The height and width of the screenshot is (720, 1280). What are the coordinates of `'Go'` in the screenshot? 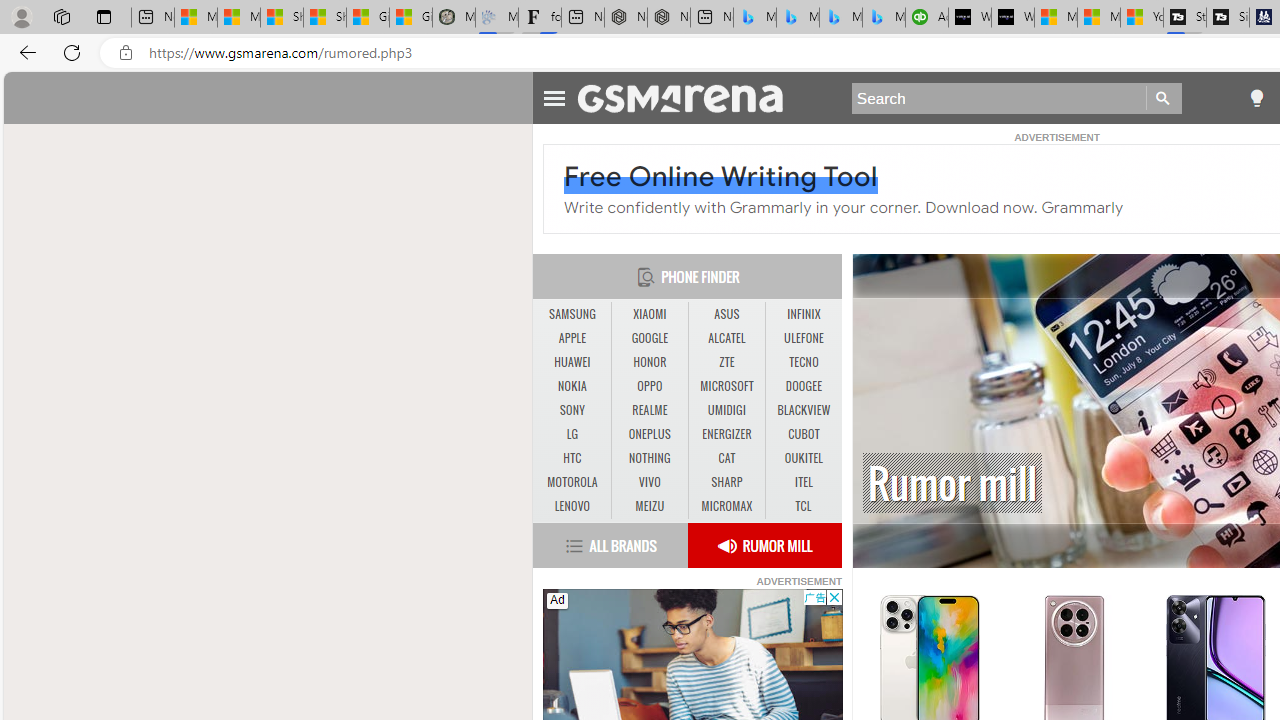 It's located at (1164, 98).